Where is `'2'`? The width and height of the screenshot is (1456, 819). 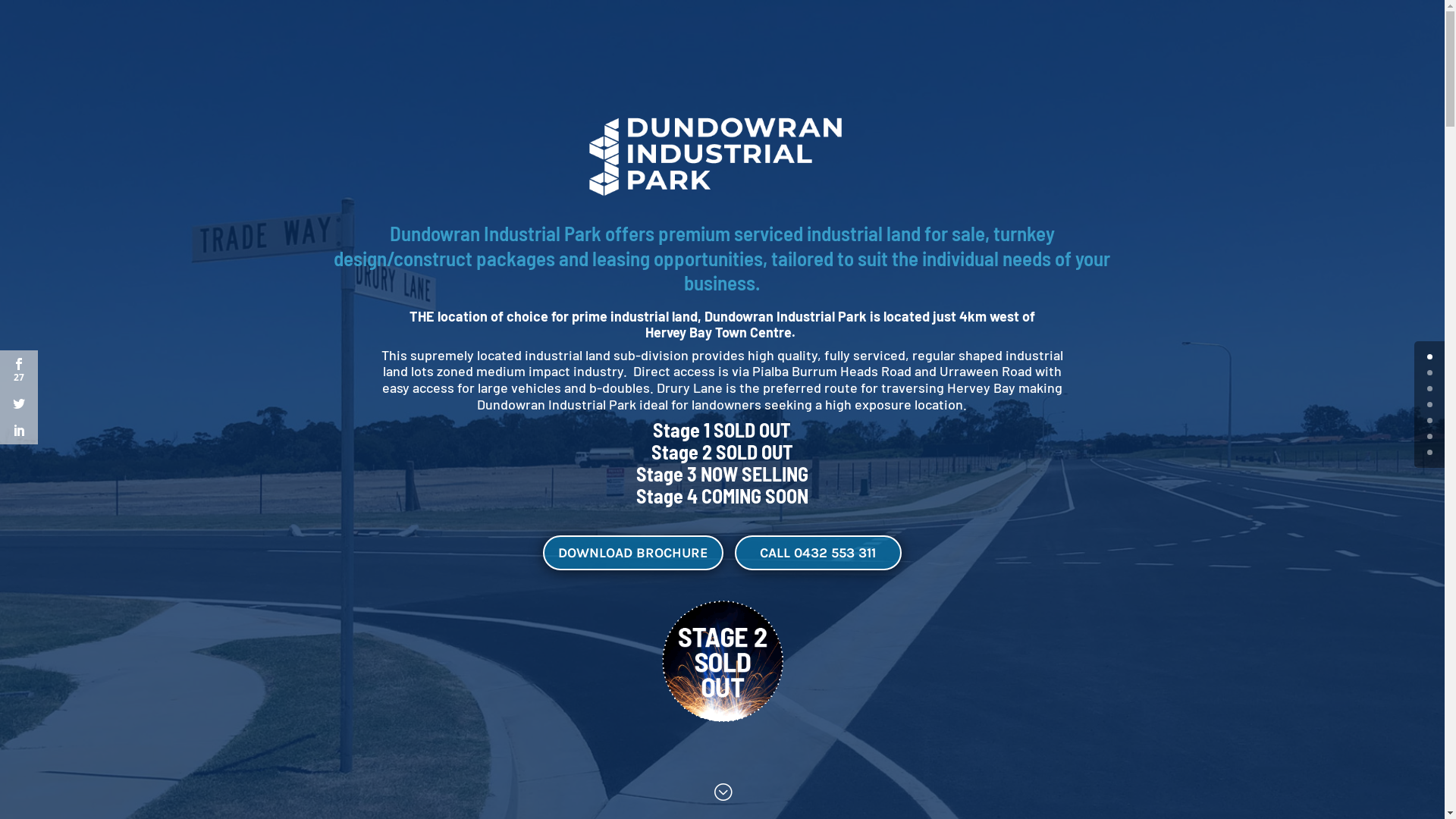
'2' is located at coordinates (1429, 388).